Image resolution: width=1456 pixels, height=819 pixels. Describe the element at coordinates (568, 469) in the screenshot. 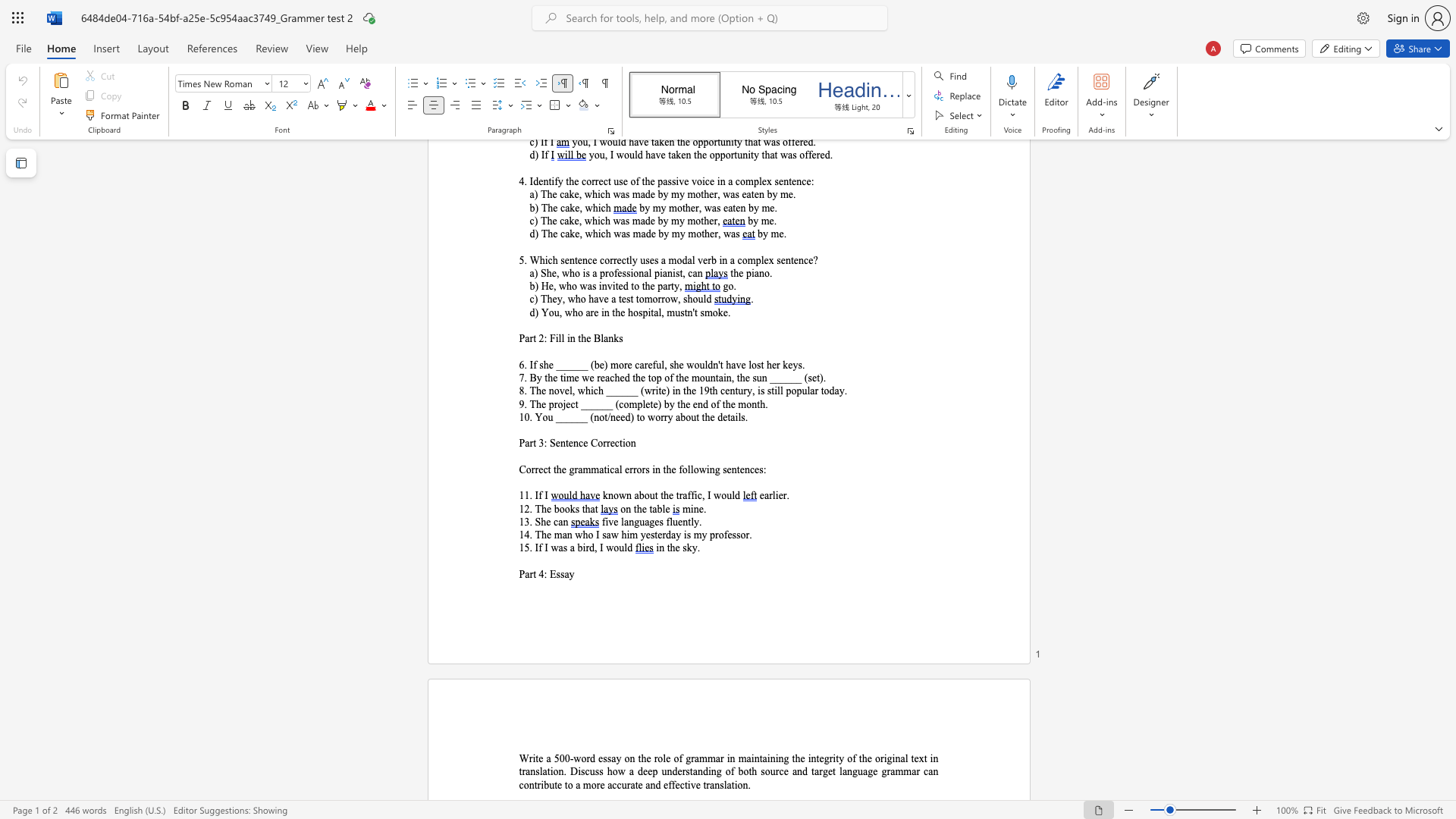

I see `the subset text "grammatical errors" within the text "Correct the grammatical errors in the following sentences:"` at that location.